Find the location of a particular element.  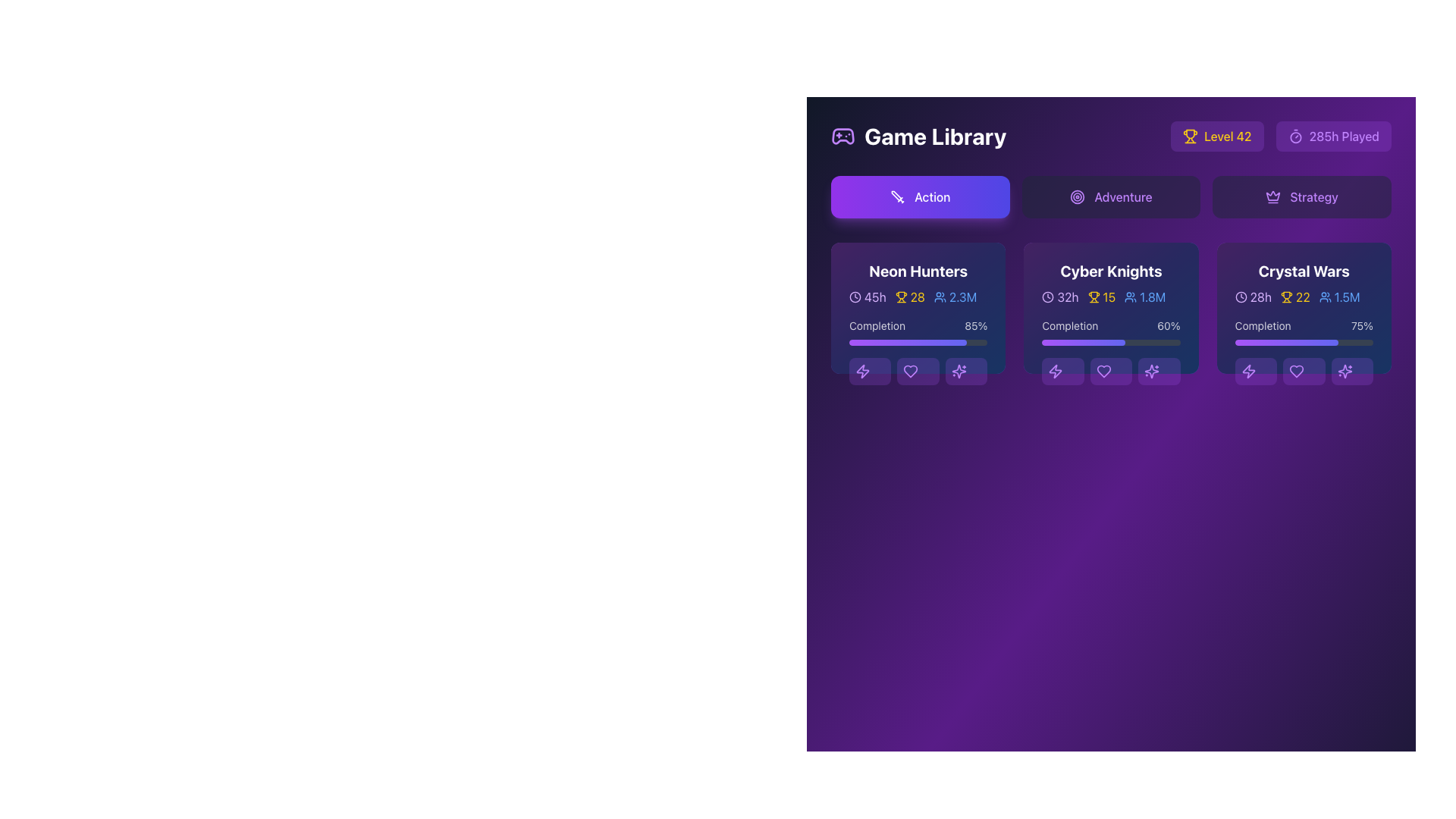

the heart icon button located at the bottom of the 'Cyber Knights' card to observe hover effects is located at coordinates (1103, 371).